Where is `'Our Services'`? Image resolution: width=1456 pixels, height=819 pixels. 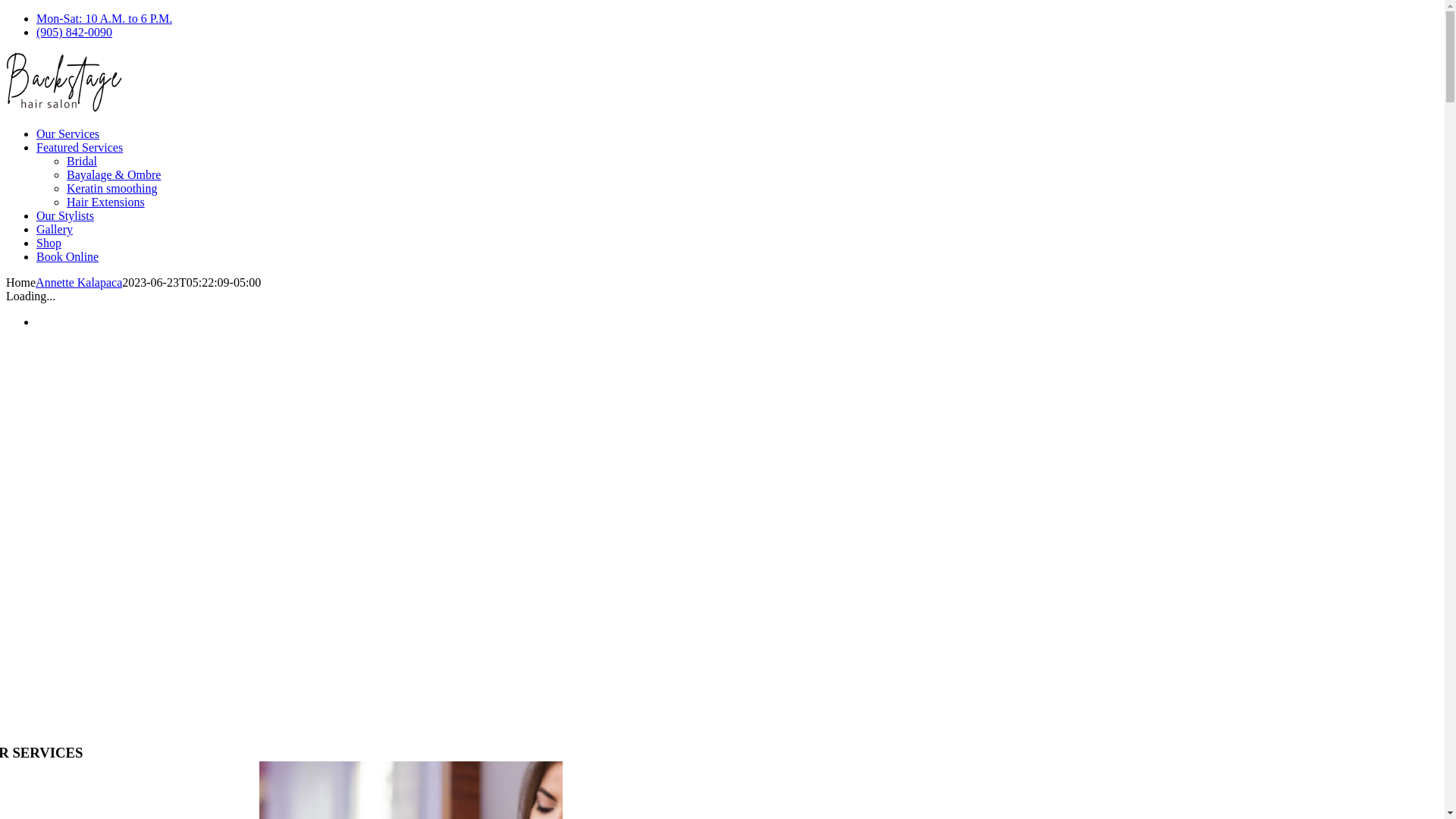 'Our Services' is located at coordinates (36, 133).